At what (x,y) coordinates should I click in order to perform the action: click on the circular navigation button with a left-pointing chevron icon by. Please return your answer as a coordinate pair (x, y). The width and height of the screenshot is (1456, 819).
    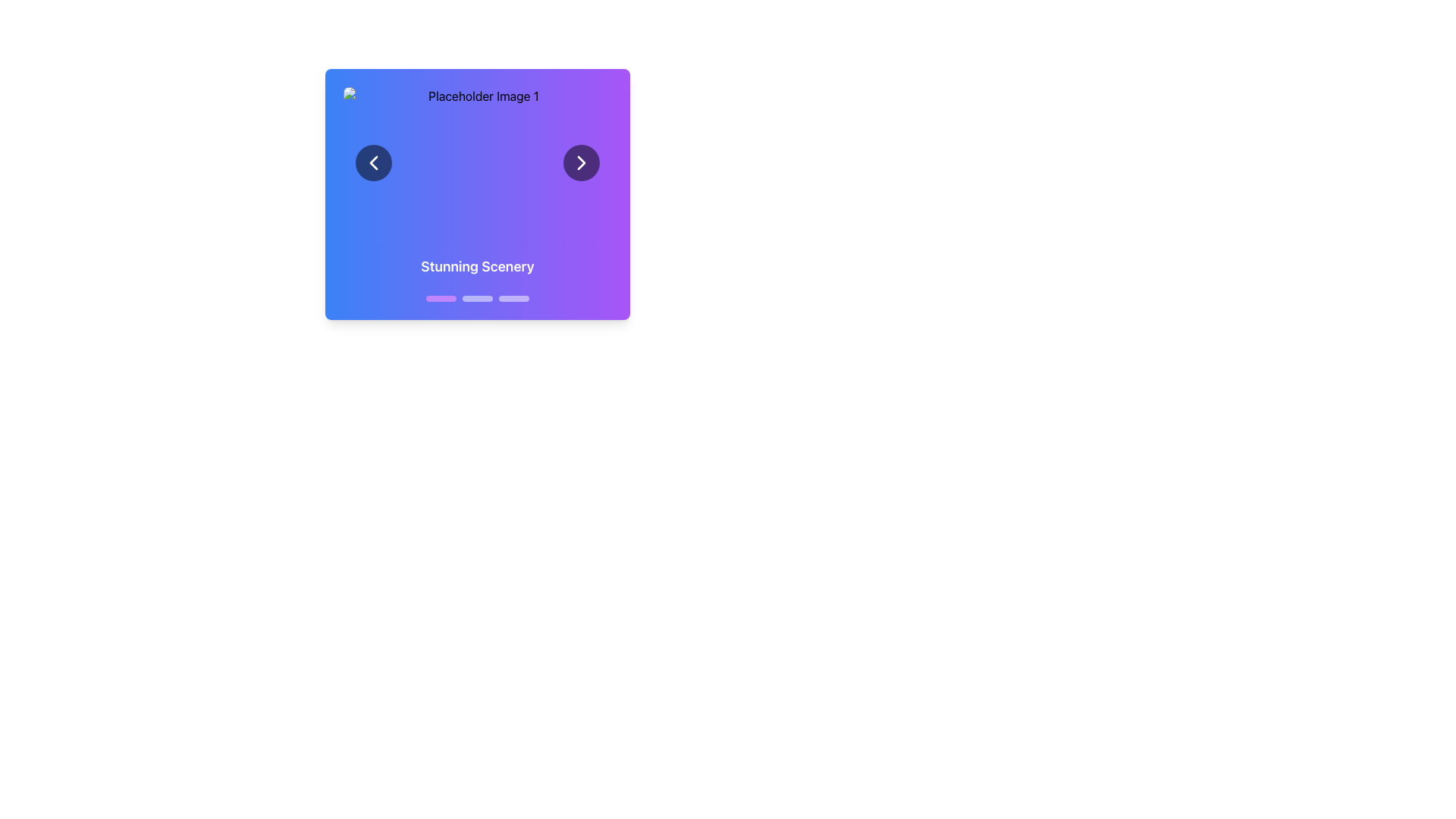
    Looking at the image, I should click on (374, 162).